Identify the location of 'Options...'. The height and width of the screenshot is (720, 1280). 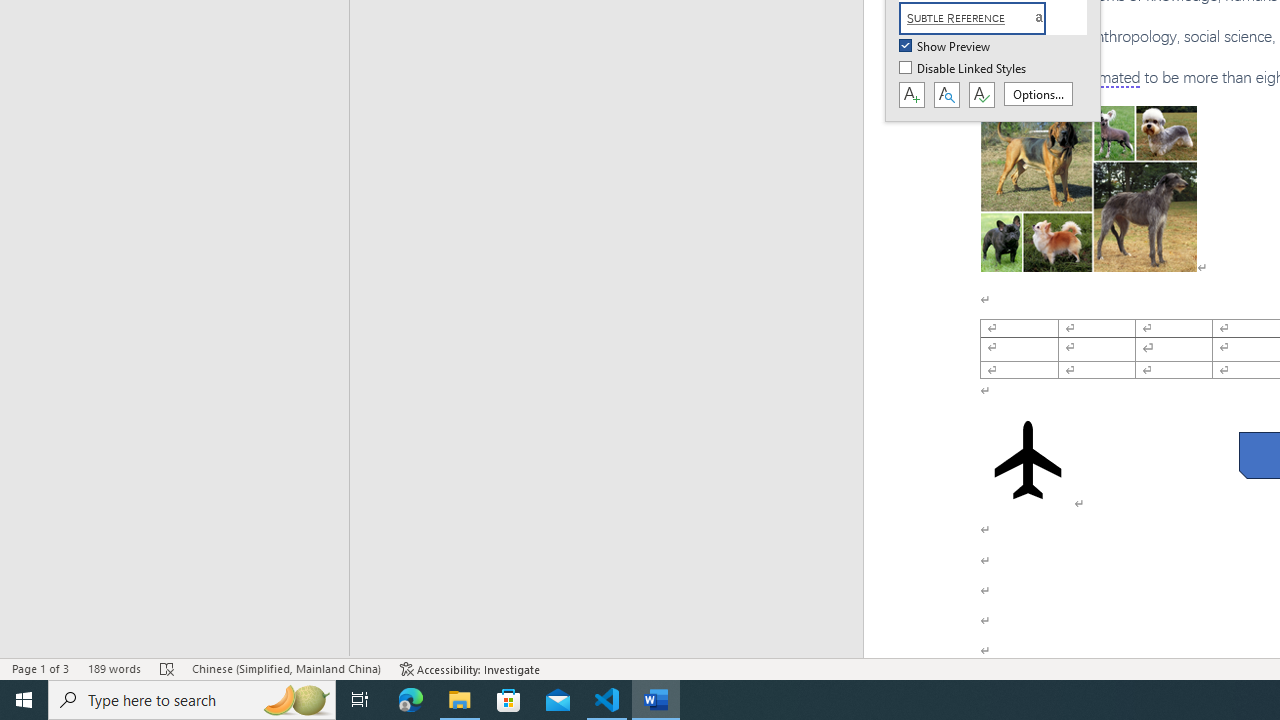
(1038, 93).